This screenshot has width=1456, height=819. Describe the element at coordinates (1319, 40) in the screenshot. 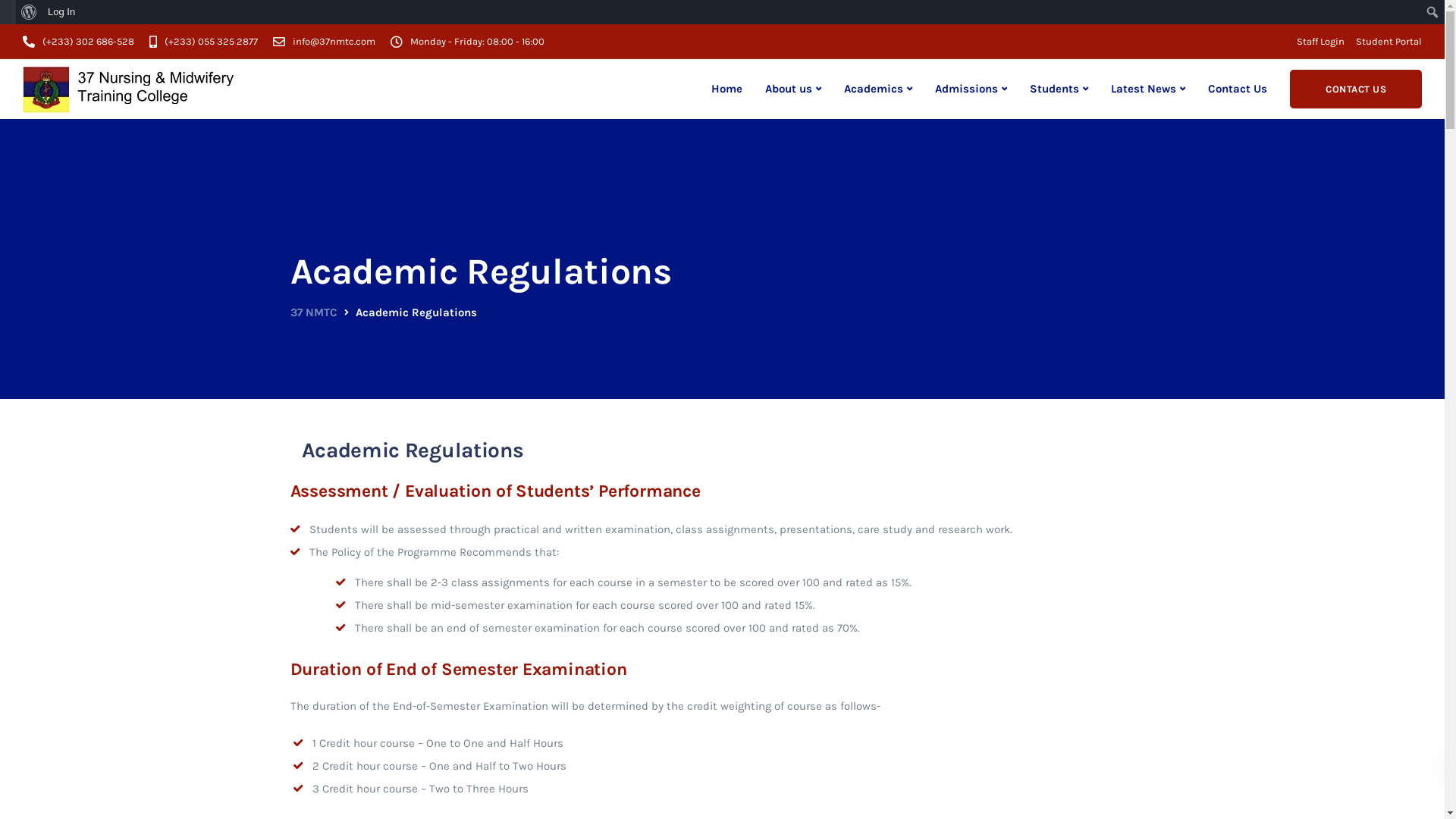

I see `'Staff Login'` at that location.